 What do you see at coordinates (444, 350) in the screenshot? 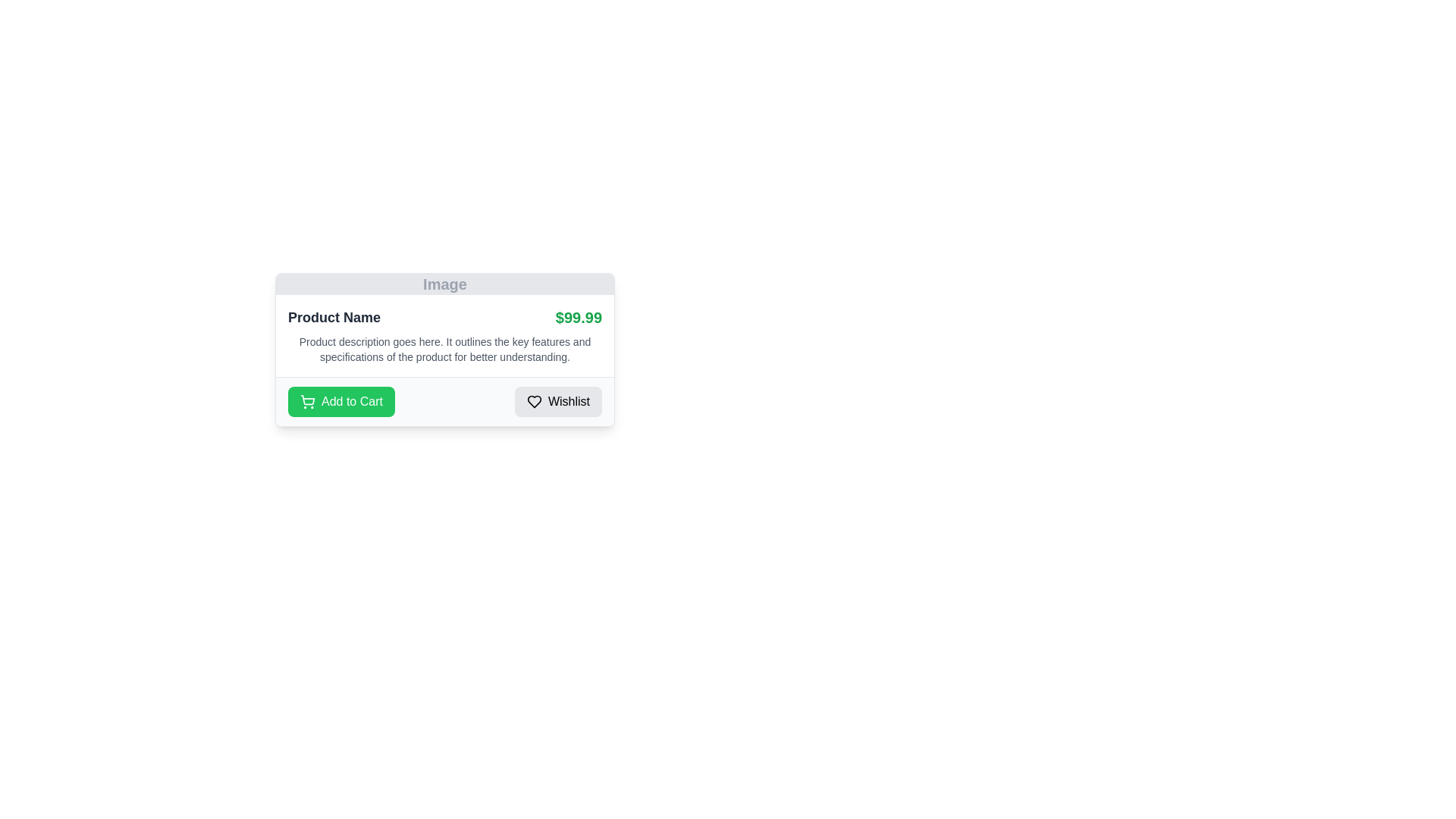
I see `text paragraph that is displayed in a smaller gray font located beneath the product title 'Product Name' and to the left of the price '$99.99'` at bounding box center [444, 350].